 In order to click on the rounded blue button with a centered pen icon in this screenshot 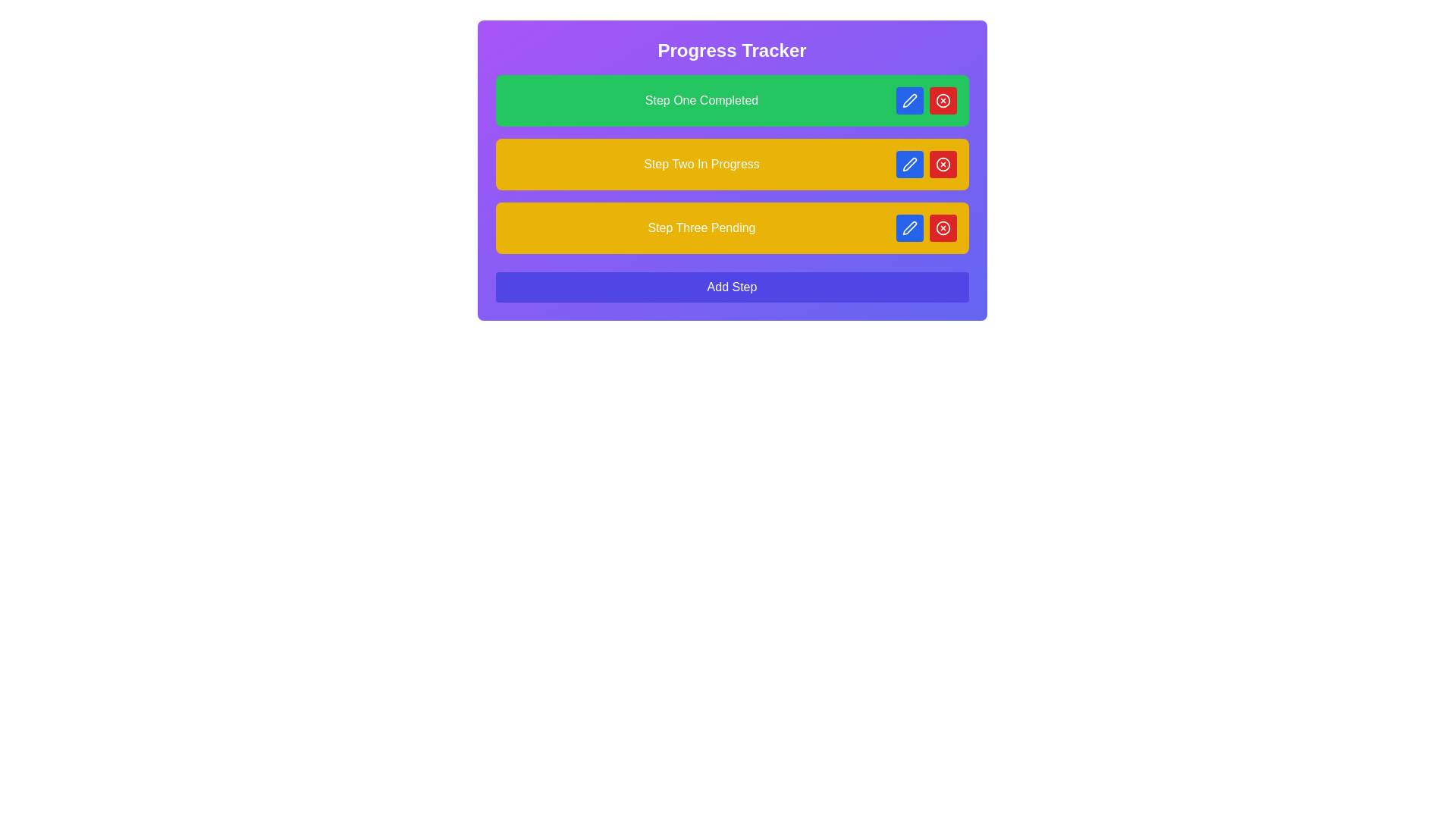, I will do `click(909, 100)`.